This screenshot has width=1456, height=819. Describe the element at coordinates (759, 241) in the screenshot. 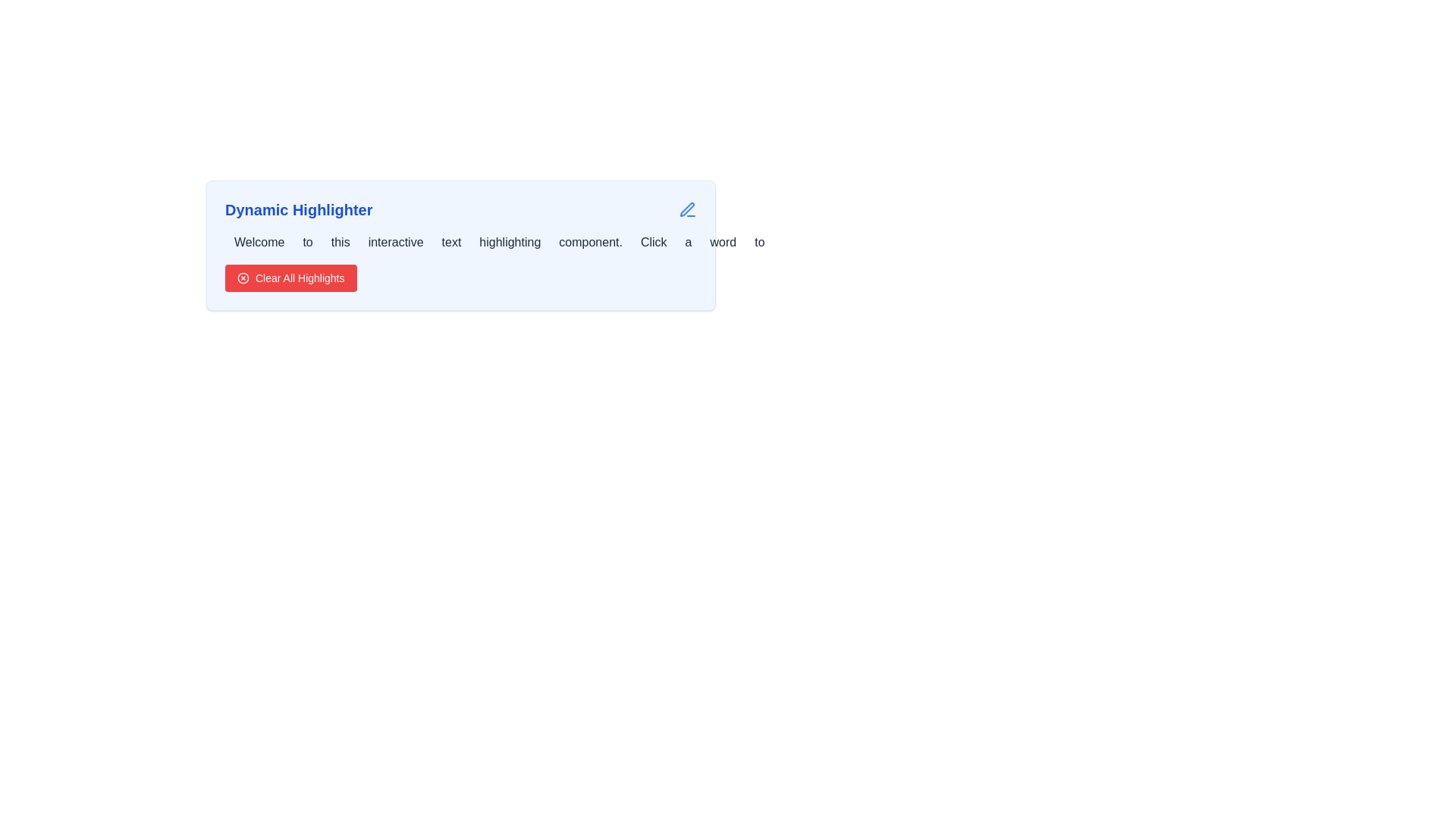

I see `the text element displaying the word 'to', which is the 11th word in the sentence, to enhance its visibility` at that location.